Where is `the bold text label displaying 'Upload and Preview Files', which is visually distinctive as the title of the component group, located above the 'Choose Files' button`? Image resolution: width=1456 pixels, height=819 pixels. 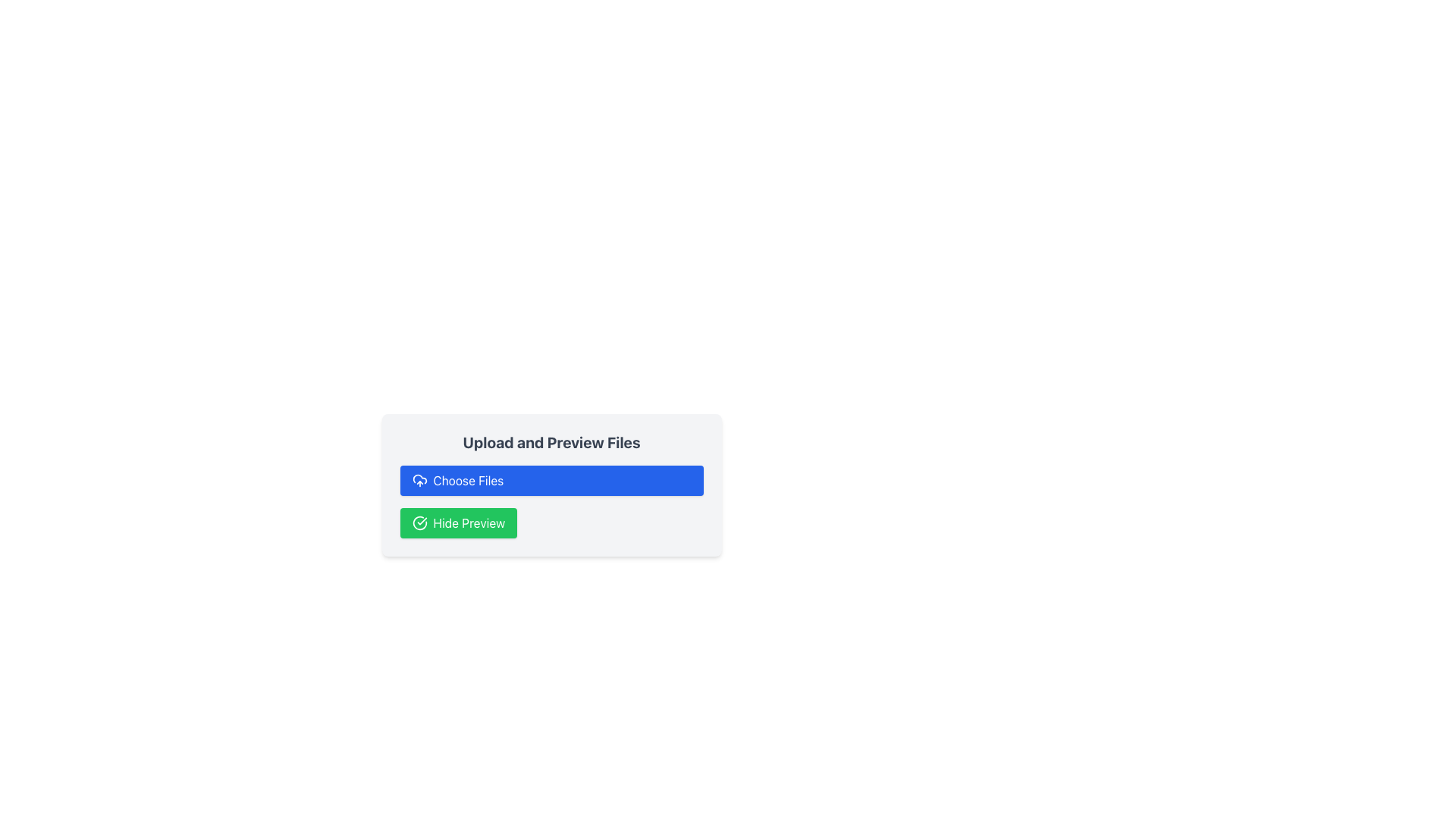
the bold text label displaying 'Upload and Preview Files', which is visually distinctive as the title of the component group, located above the 'Choose Files' button is located at coordinates (551, 442).